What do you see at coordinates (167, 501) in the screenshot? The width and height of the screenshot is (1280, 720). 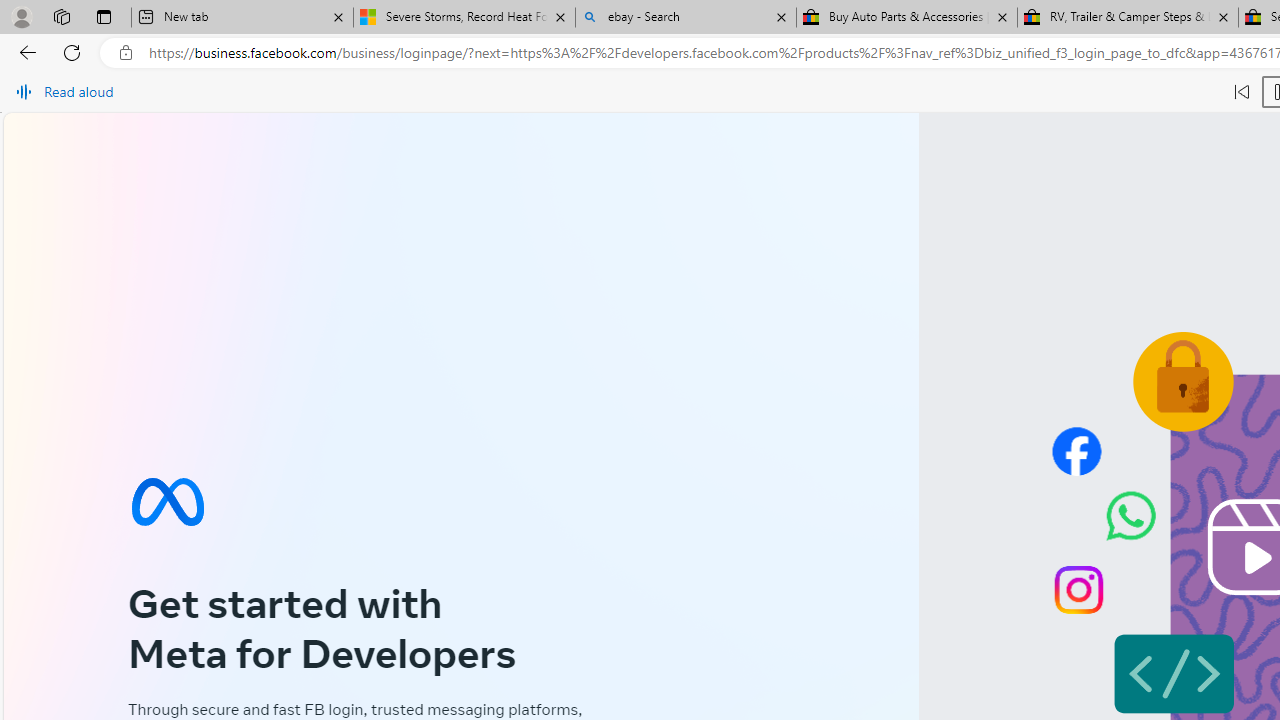 I see `'Meta symbol'` at bounding box center [167, 501].